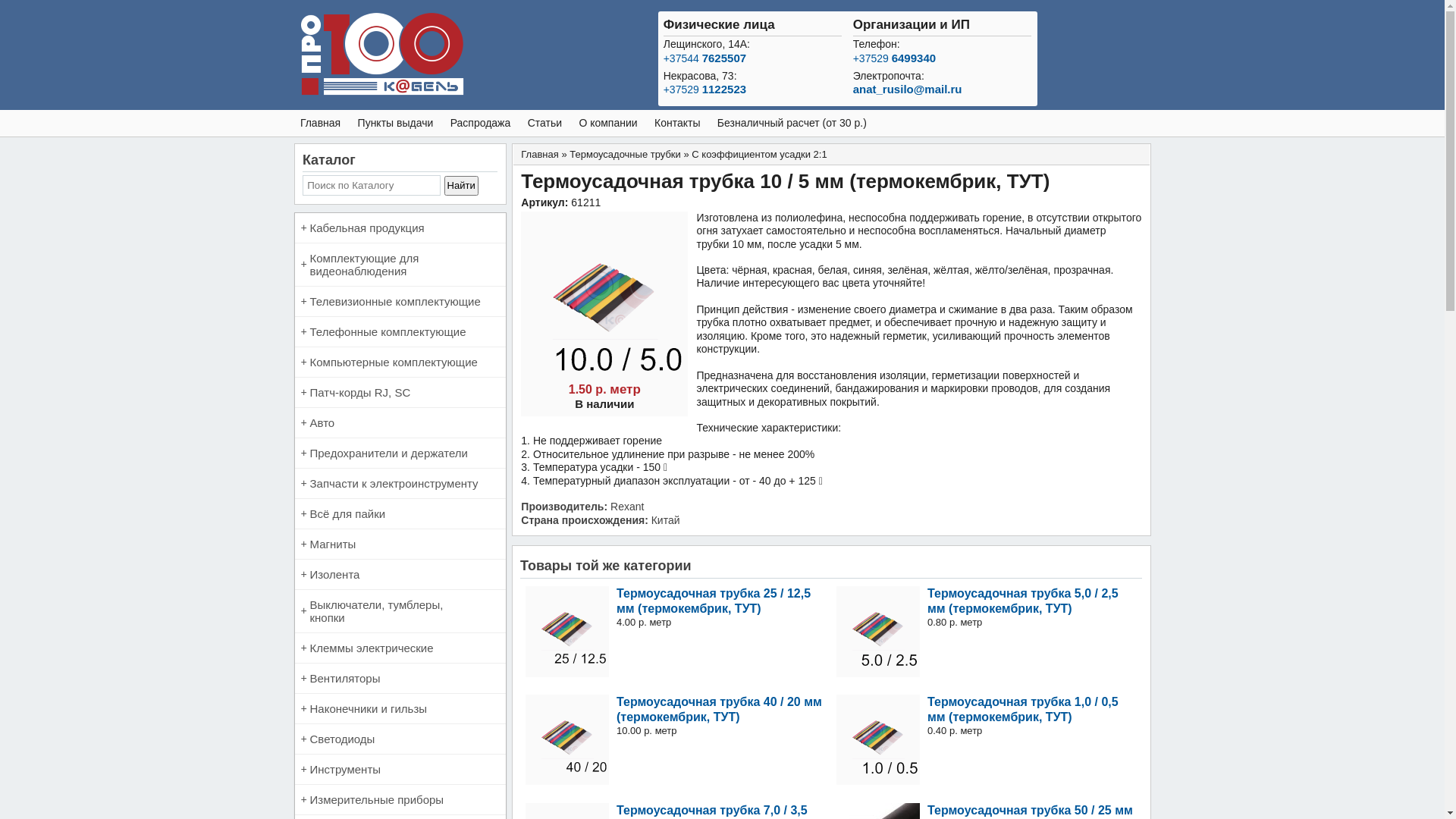 This screenshot has width=1456, height=819. What do you see at coordinates (704, 89) in the screenshot?
I see `'+37529 1122523'` at bounding box center [704, 89].